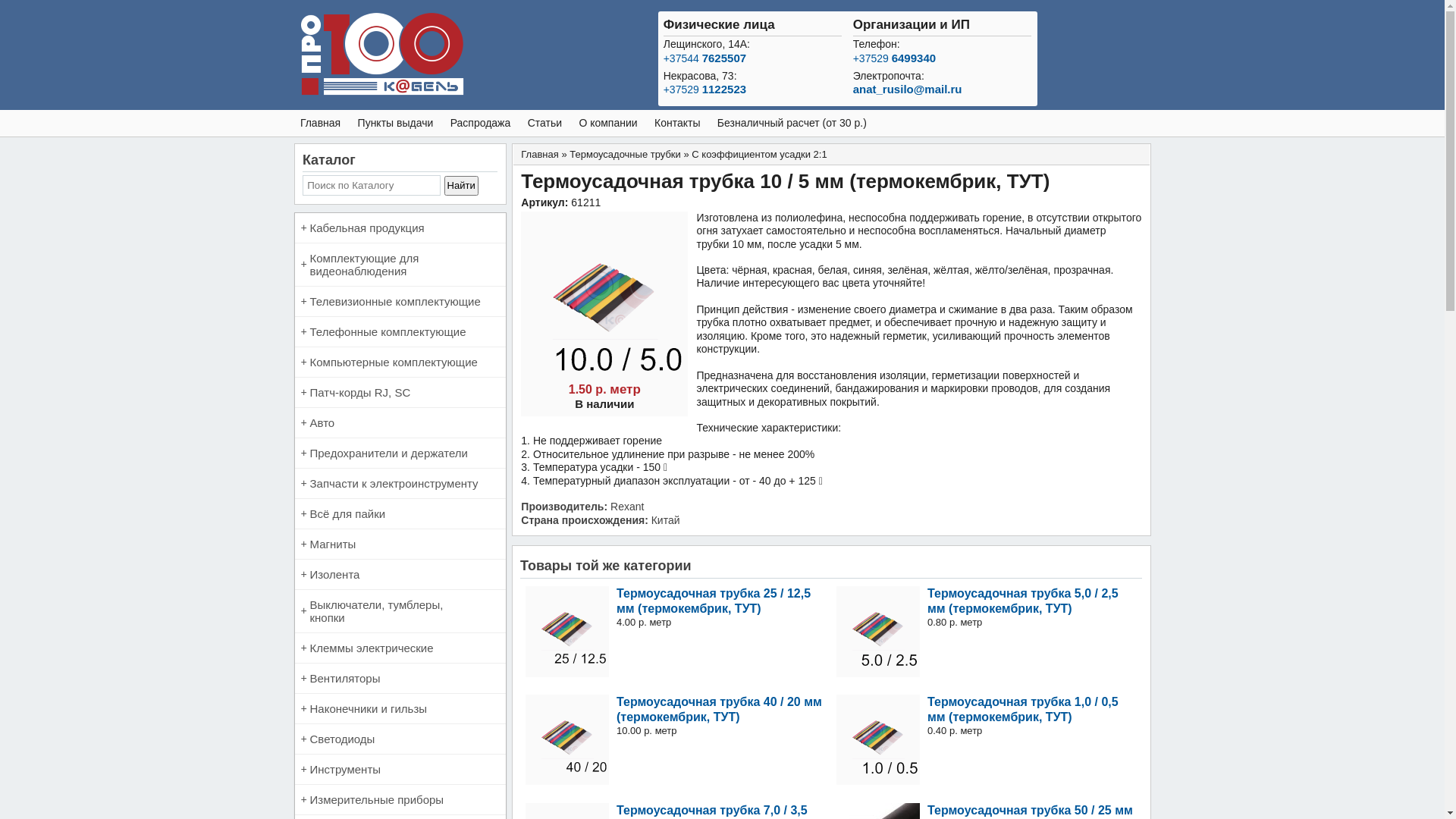 This screenshot has width=1456, height=819. What do you see at coordinates (704, 89) in the screenshot?
I see `'+37529 1122523'` at bounding box center [704, 89].